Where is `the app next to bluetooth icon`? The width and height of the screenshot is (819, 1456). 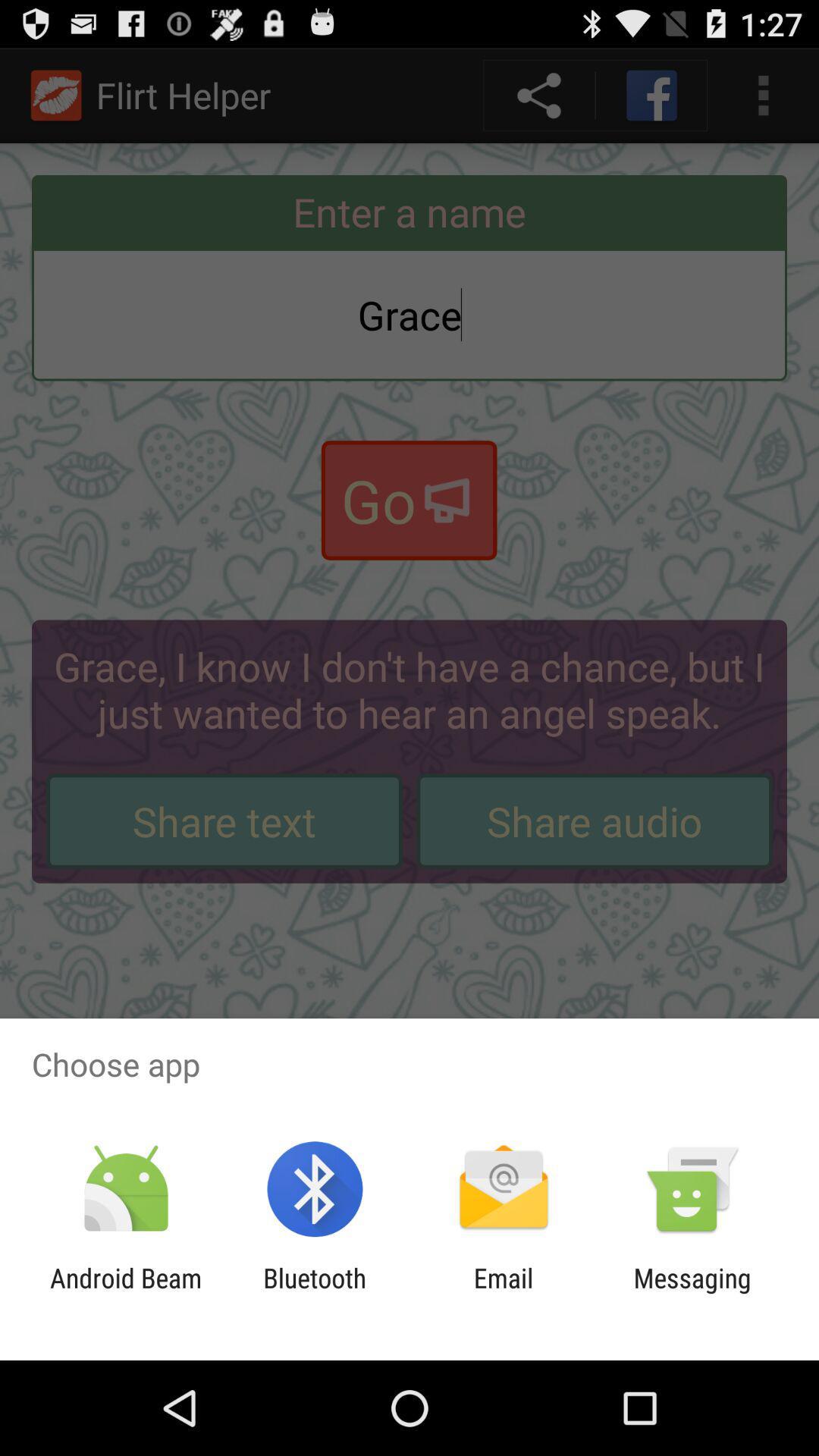 the app next to bluetooth icon is located at coordinates (504, 1293).